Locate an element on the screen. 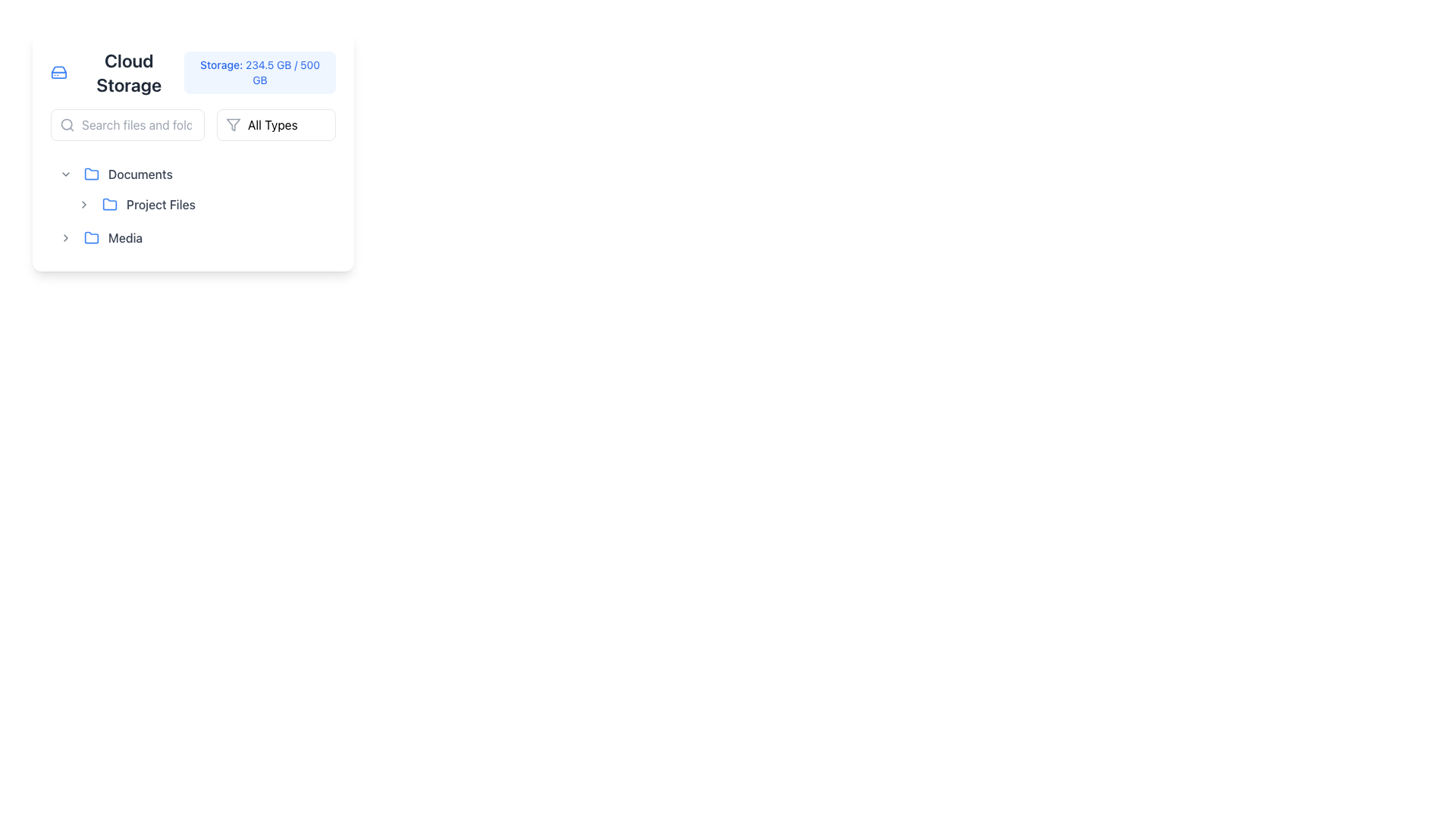 Image resolution: width=1456 pixels, height=819 pixels. the circular lens of the magnifying glass icon located on the left side of the search bar is located at coordinates (66, 124).